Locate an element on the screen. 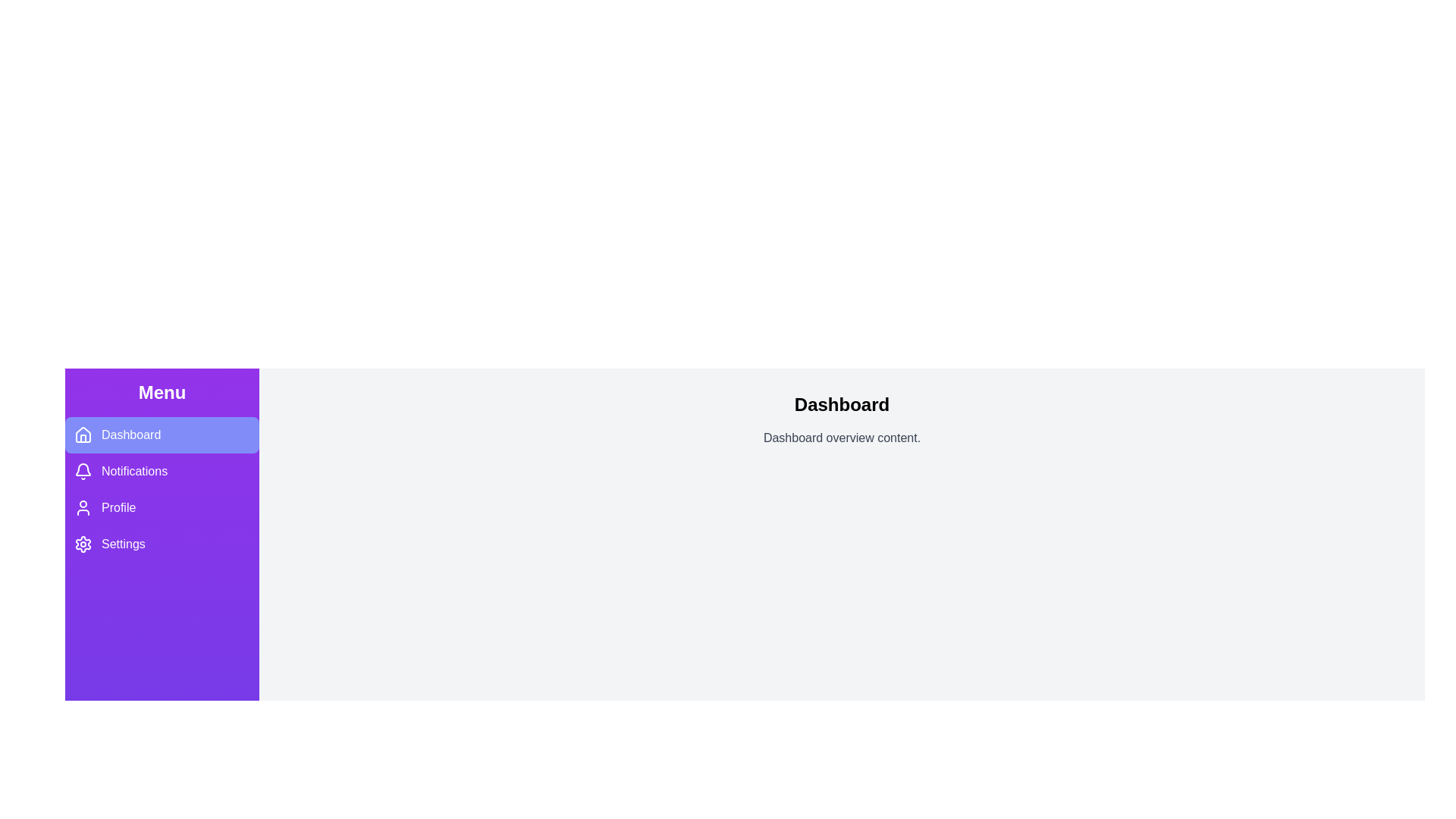 The image size is (1456, 819). the house icon in the vertical navigation menu next to the 'Dashboard' label is located at coordinates (83, 435).